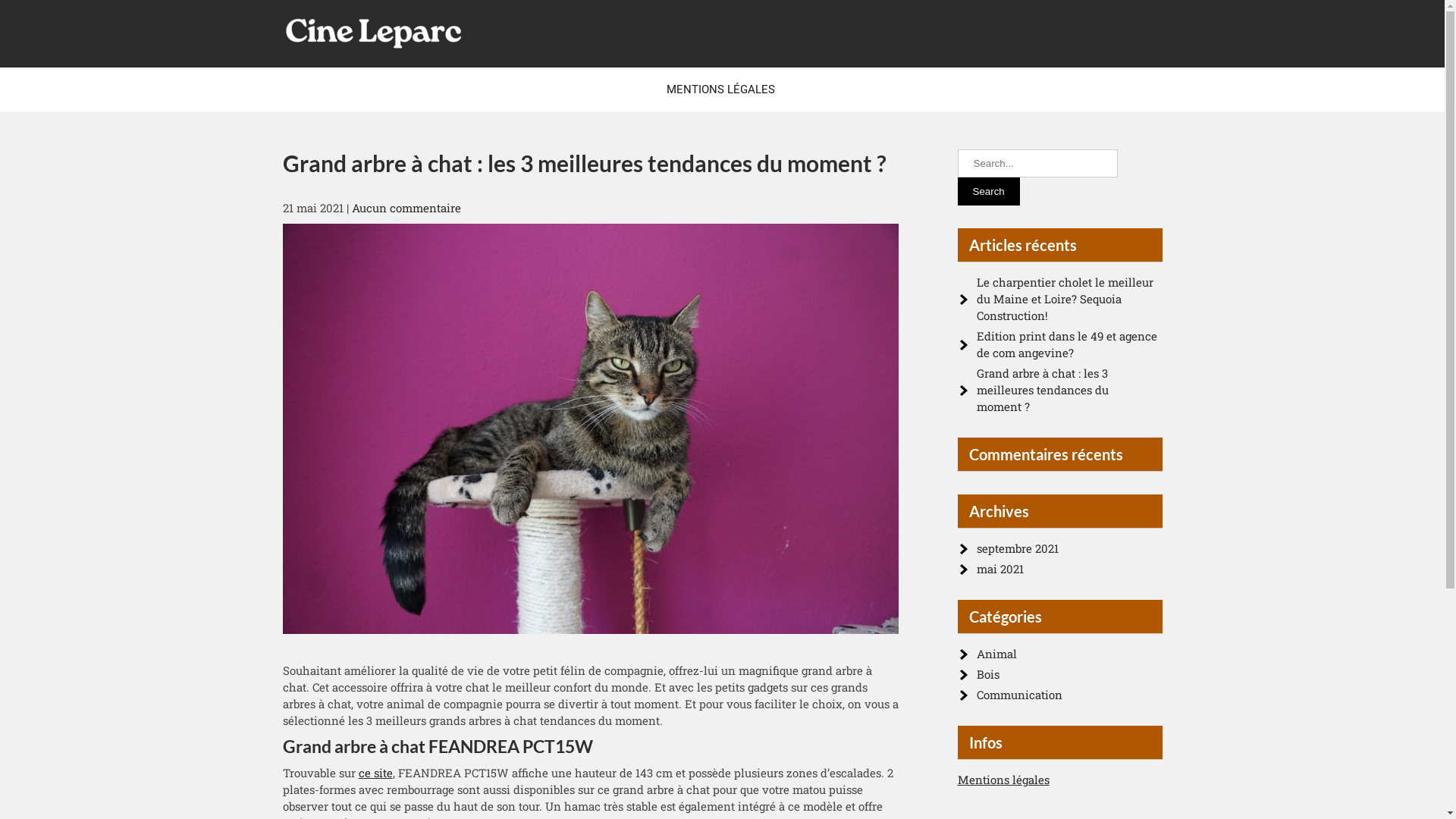 This screenshot has width=1456, height=819. What do you see at coordinates (987, 673) in the screenshot?
I see `'Bois'` at bounding box center [987, 673].